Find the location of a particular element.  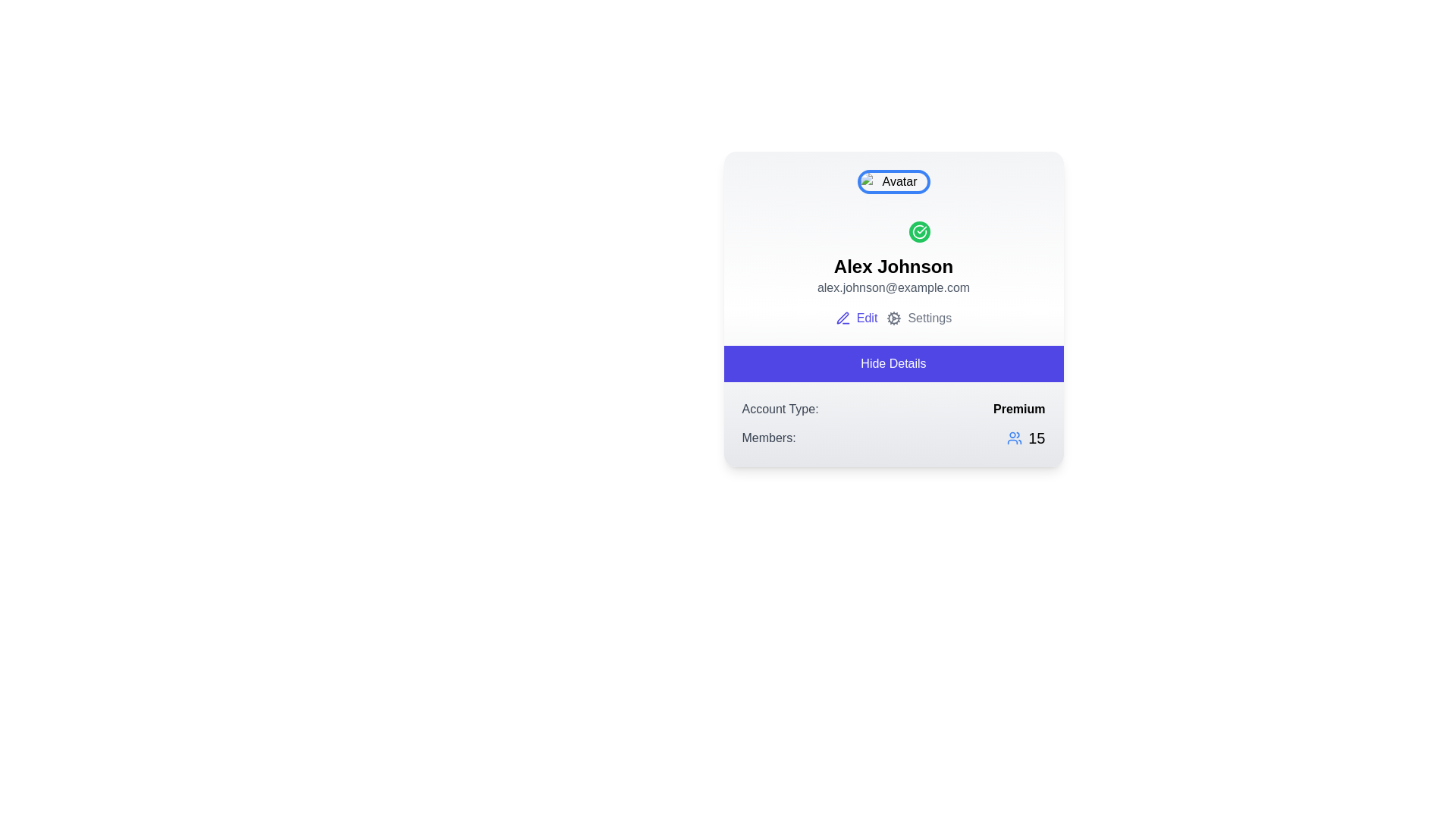

the Information display area that shows account-related information, positioned at the bottom of the card layout, directly below the 'Hide Details' button is located at coordinates (893, 424).